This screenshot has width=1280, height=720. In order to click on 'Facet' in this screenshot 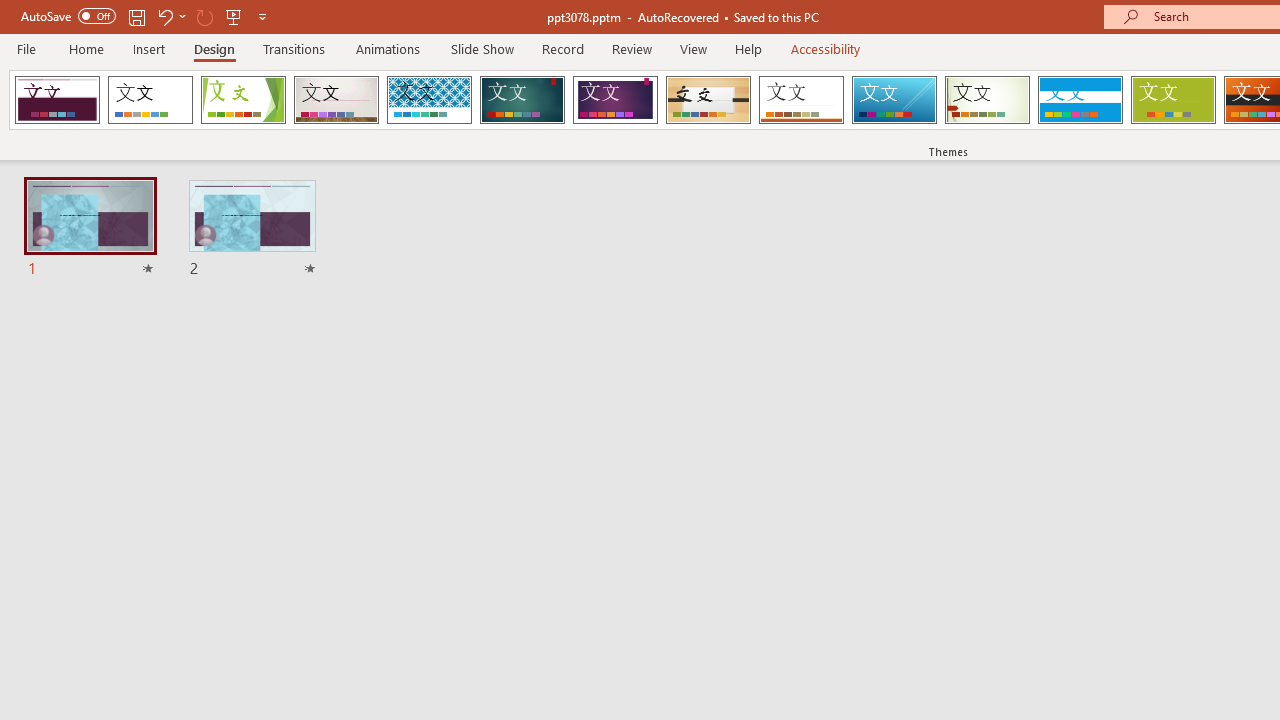, I will do `click(242, 100)`.